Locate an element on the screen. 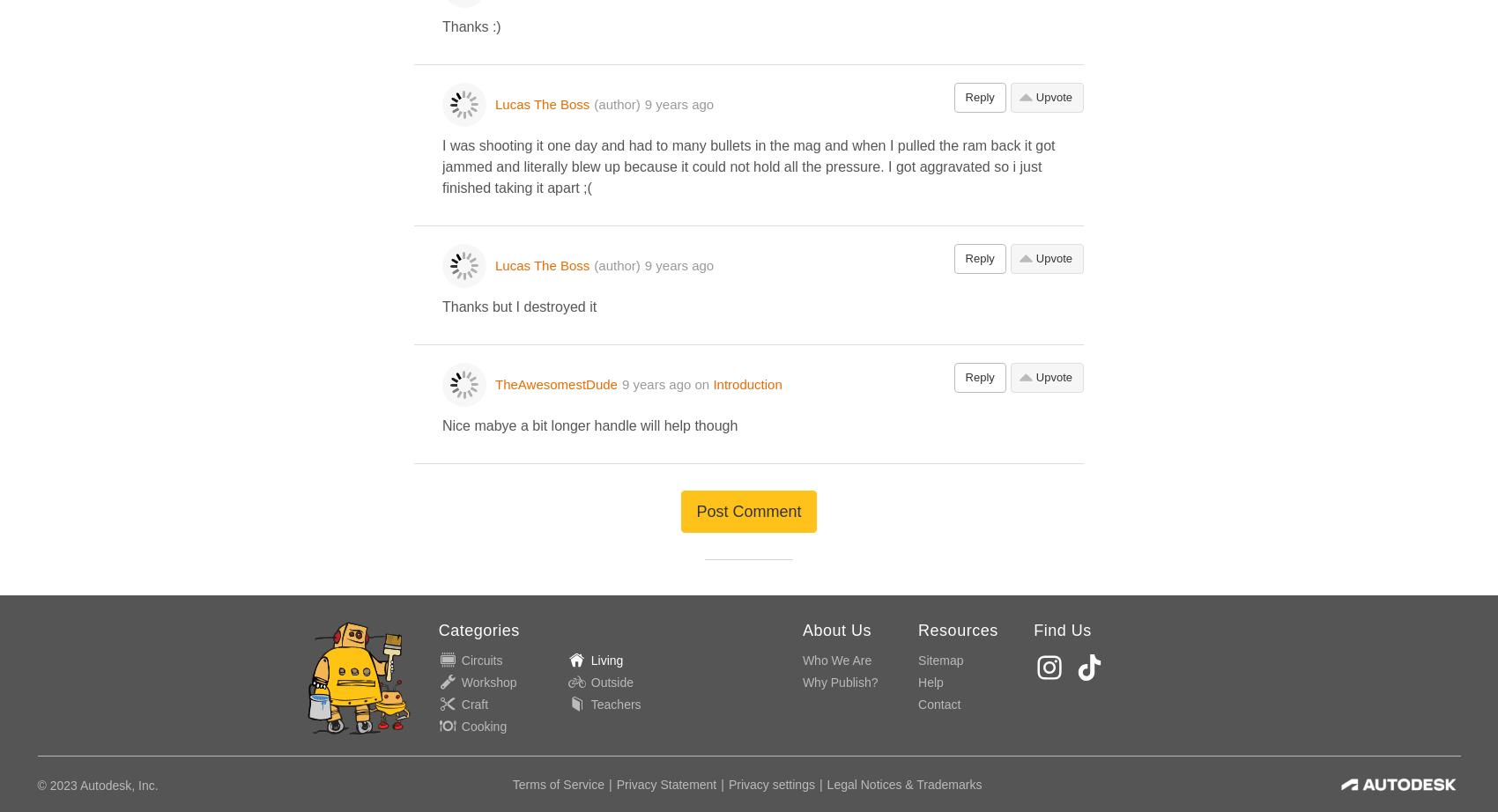  'Craft' is located at coordinates (473, 704).